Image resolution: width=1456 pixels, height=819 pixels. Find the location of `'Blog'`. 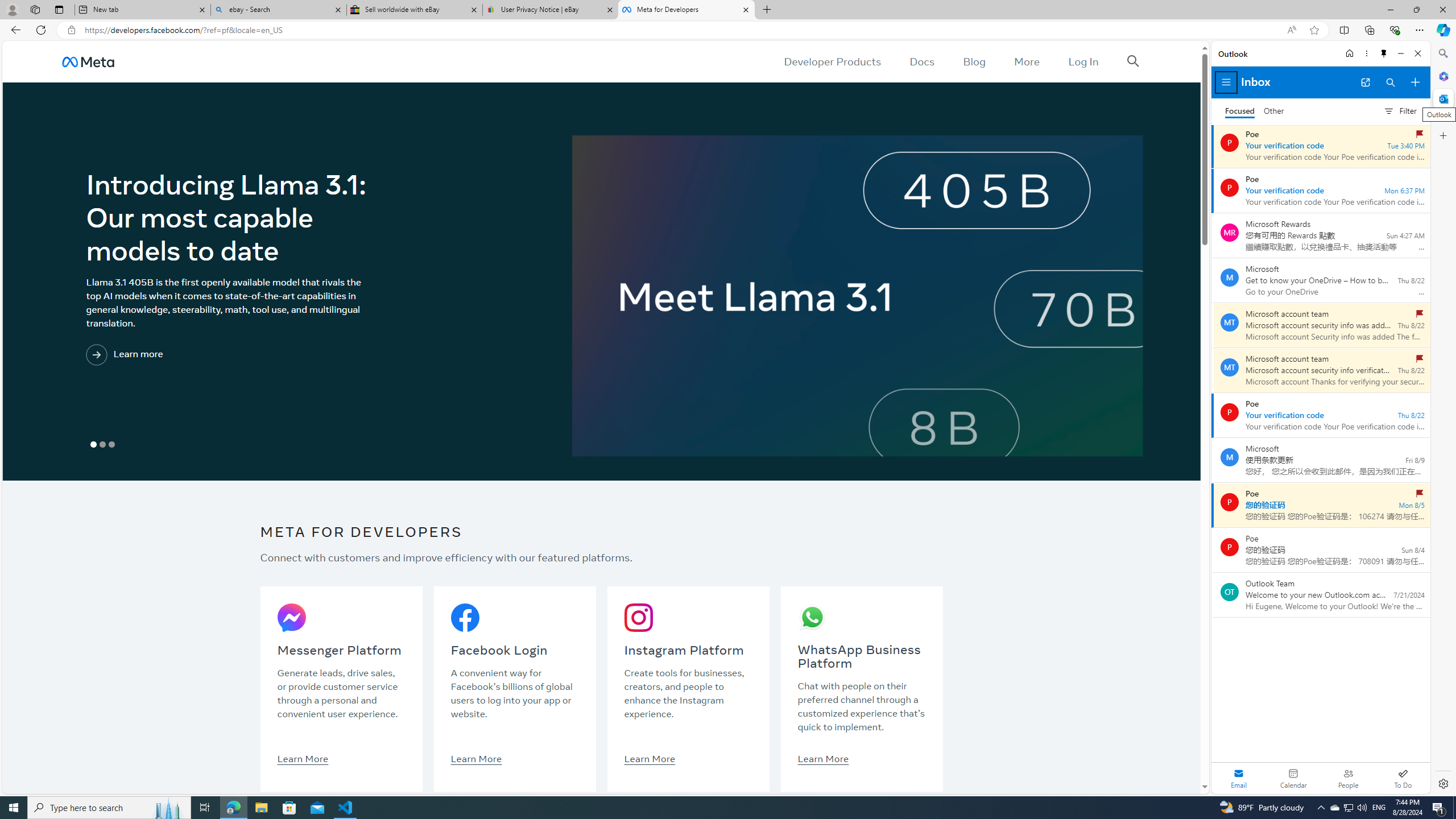

'Blog' is located at coordinates (974, 61).